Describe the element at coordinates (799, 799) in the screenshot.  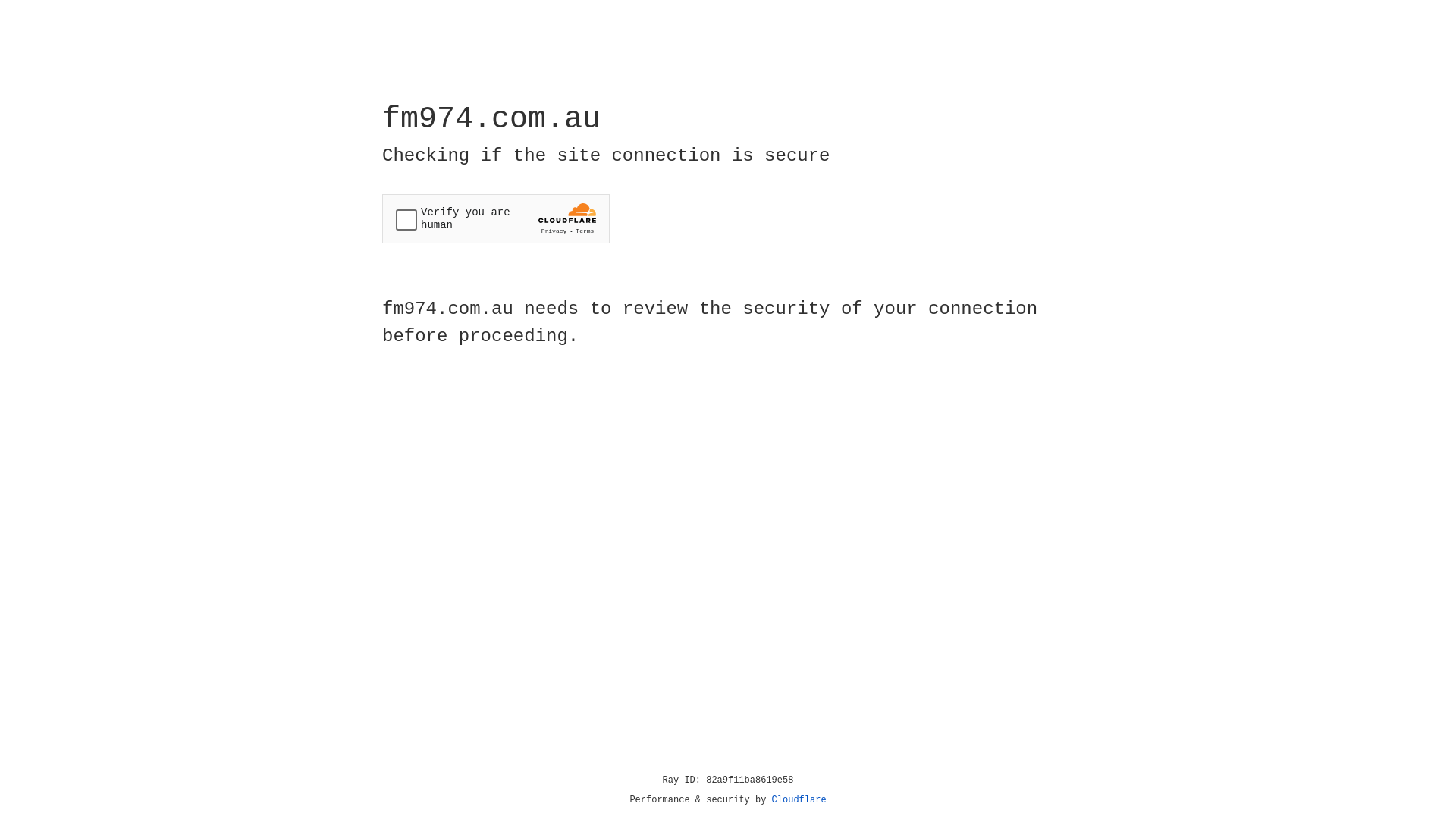
I see `'Cloudflare'` at that location.